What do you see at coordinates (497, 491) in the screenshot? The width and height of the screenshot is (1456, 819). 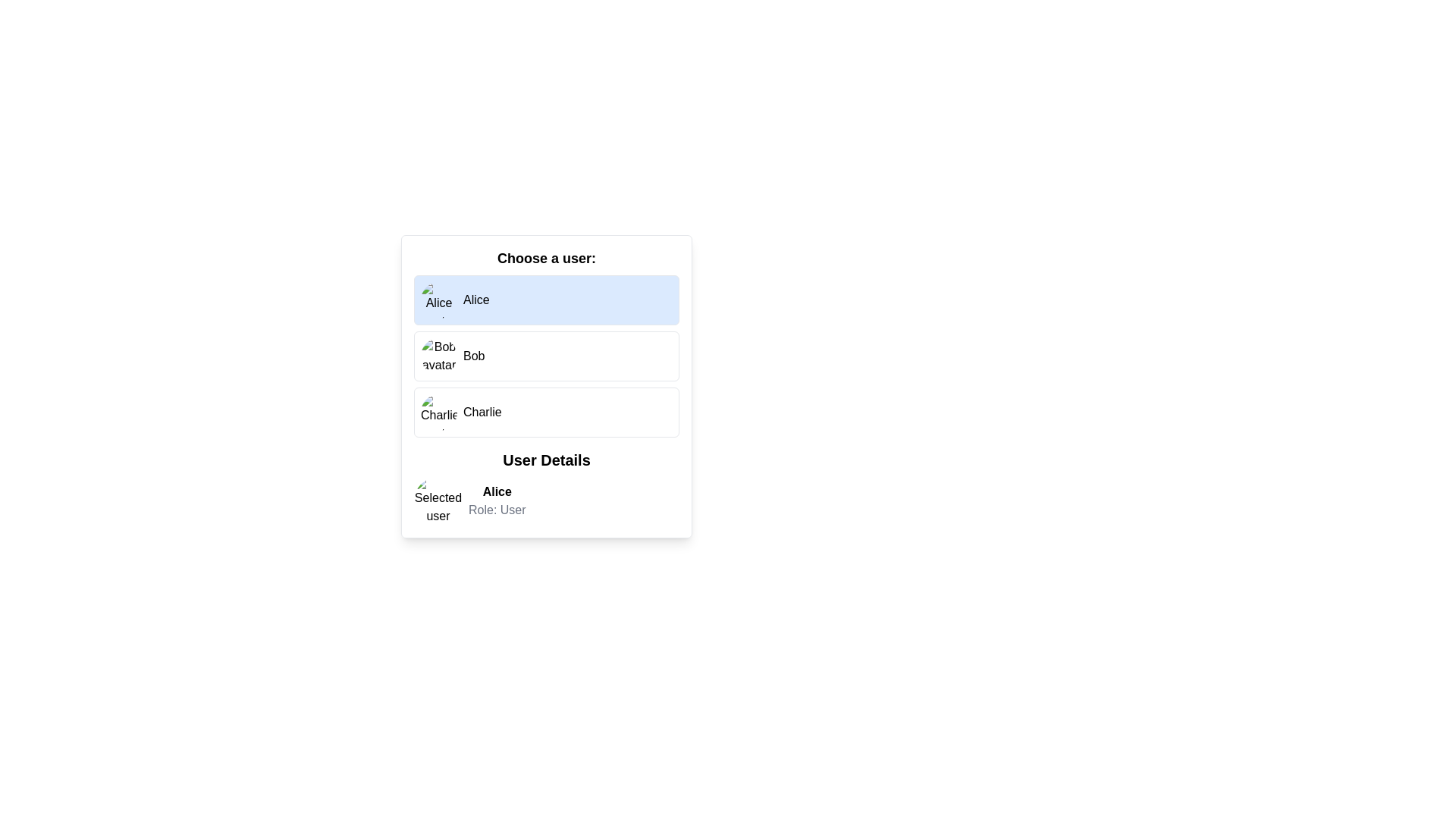 I see `the informational label indicating the name of the selected user, located in the 'User Details' panel, just above the 'Role: User' text` at bounding box center [497, 491].